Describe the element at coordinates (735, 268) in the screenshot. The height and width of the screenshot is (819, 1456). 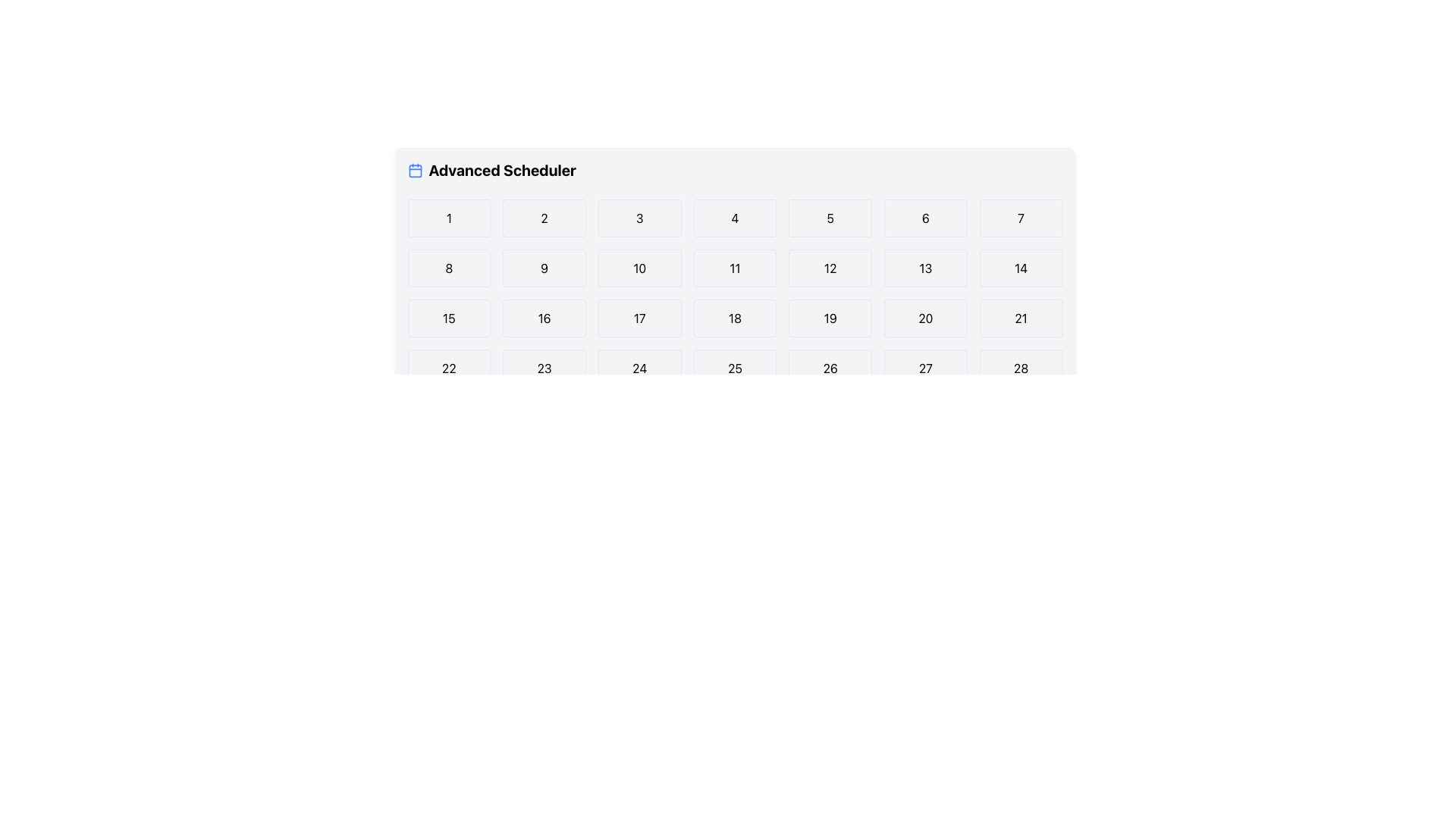
I see `the selectable item representing the number '11' in the calendar interface` at that location.